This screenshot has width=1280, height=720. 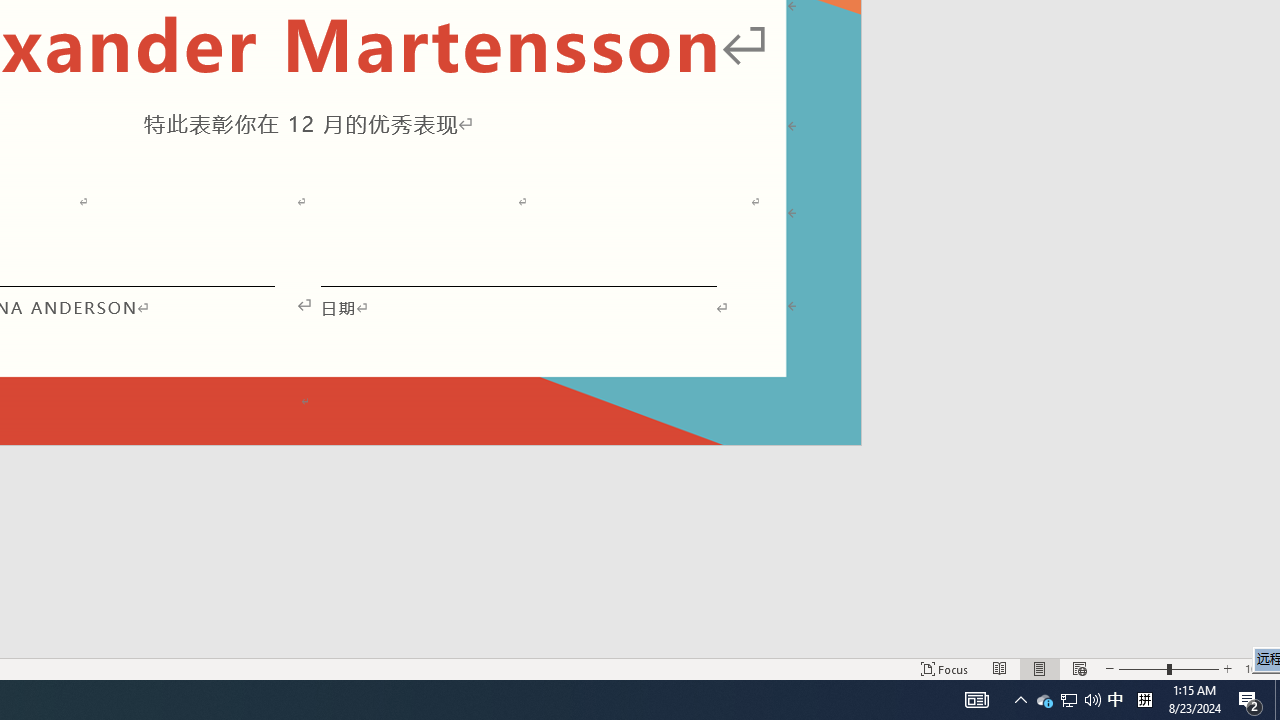 What do you see at coordinates (1257, 669) in the screenshot?
I see `'Zoom 100%'` at bounding box center [1257, 669].